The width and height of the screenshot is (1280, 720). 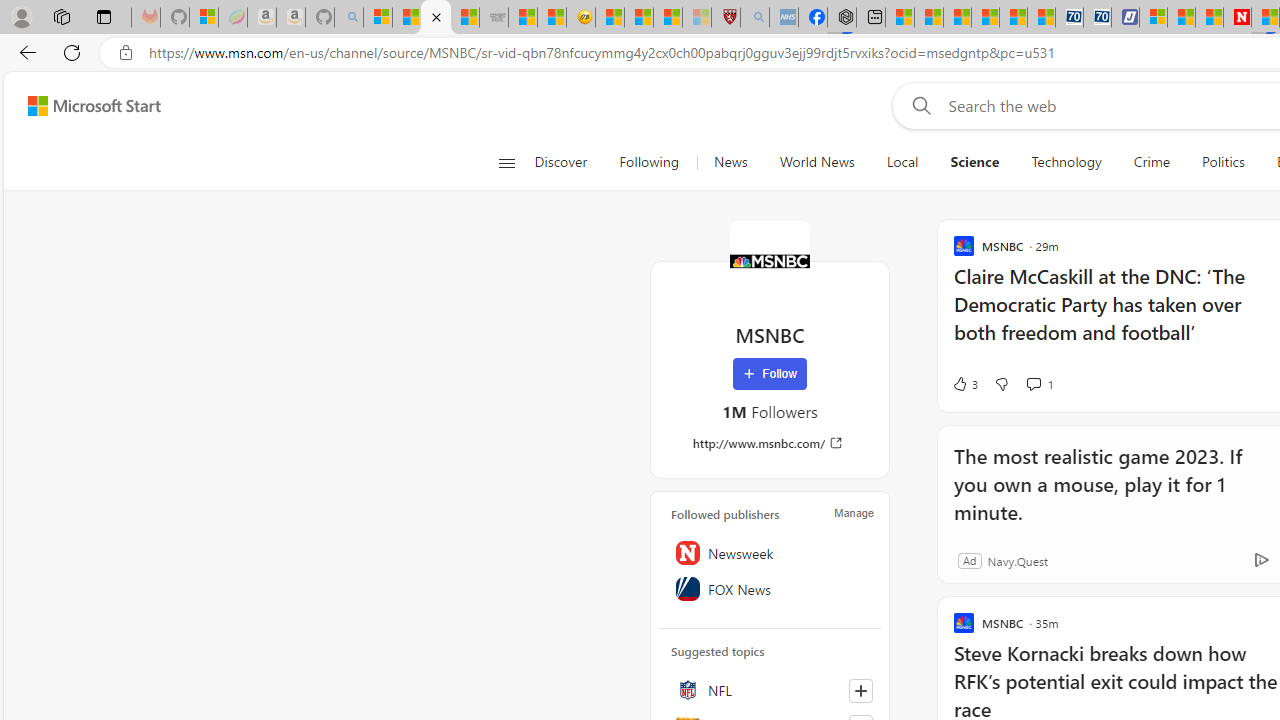 What do you see at coordinates (86, 105) in the screenshot?
I see `'Skip to content'` at bounding box center [86, 105].